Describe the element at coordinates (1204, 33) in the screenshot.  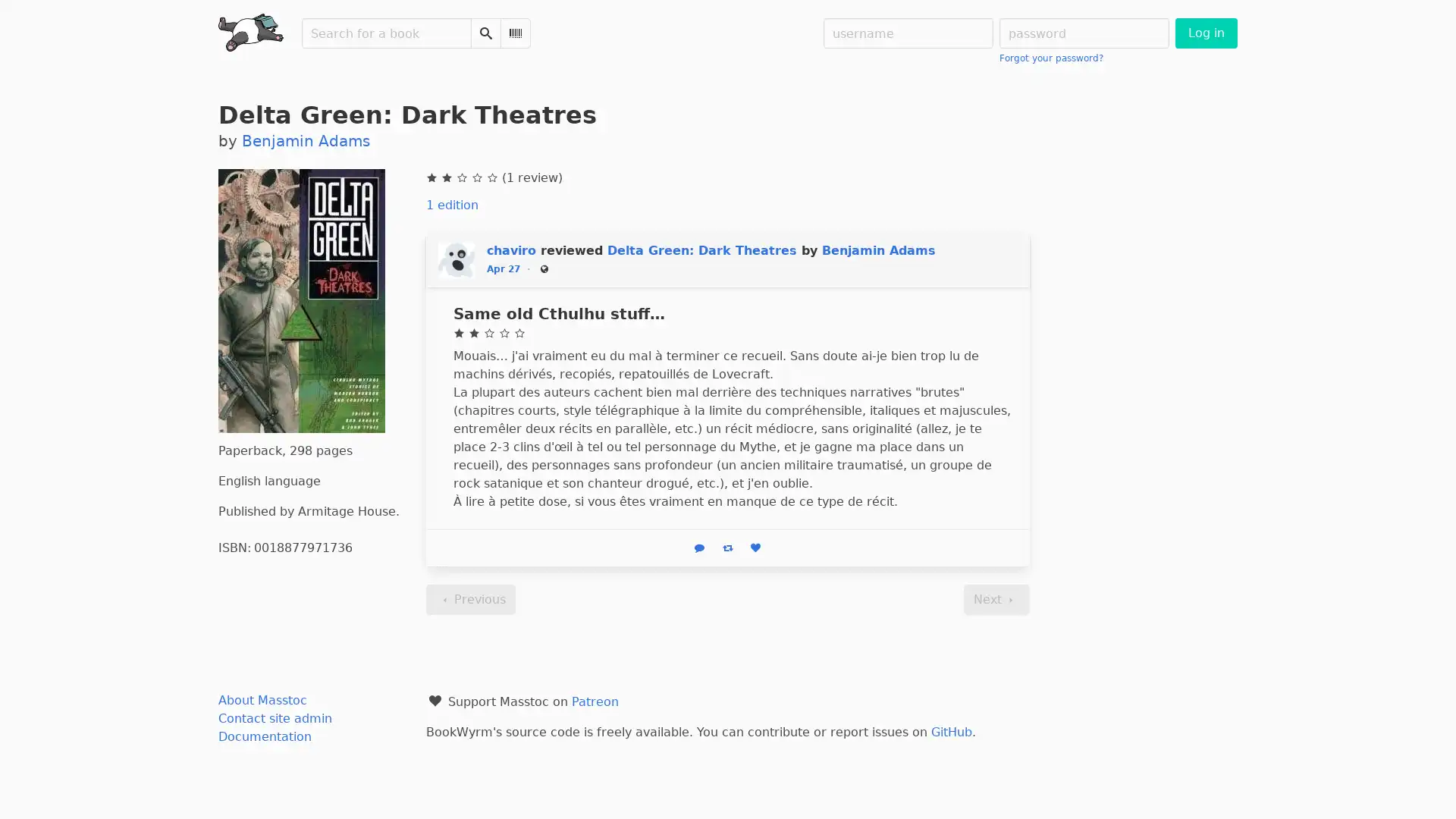
I see `Log in` at that location.